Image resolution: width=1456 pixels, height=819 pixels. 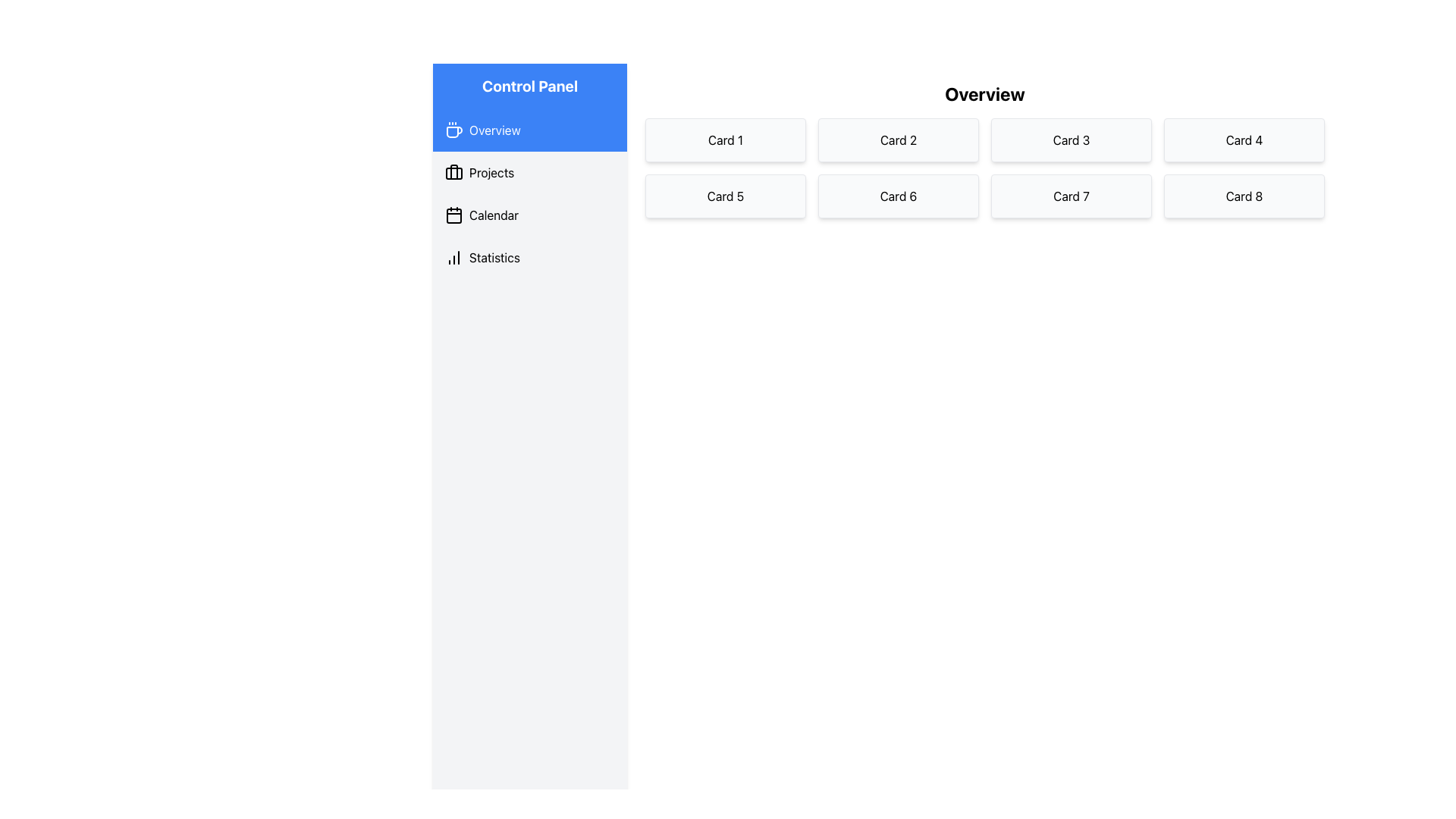 What do you see at coordinates (491, 171) in the screenshot?
I see `the 'Projects' text label in the sidebar menu, which is the second item below 'Overview' and above 'Calendar'` at bounding box center [491, 171].